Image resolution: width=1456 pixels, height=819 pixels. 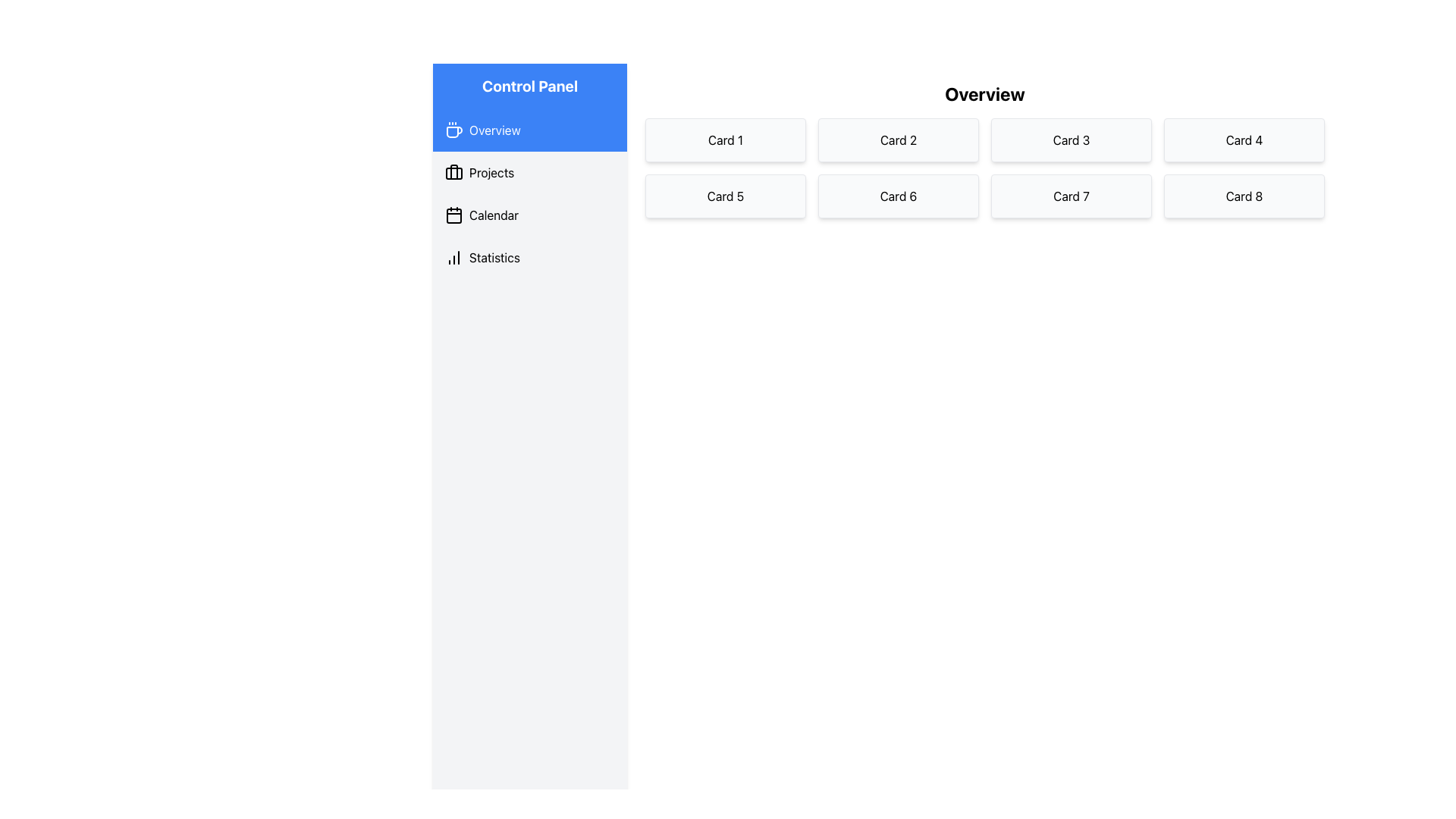 What do you see at coordinates (491, 171) in the screenshot?
I see `the 'Projects' text label in the sidebar menu, which is the second item below 'Overview' and above 'Calendar'` at bounding box center [491, 171].